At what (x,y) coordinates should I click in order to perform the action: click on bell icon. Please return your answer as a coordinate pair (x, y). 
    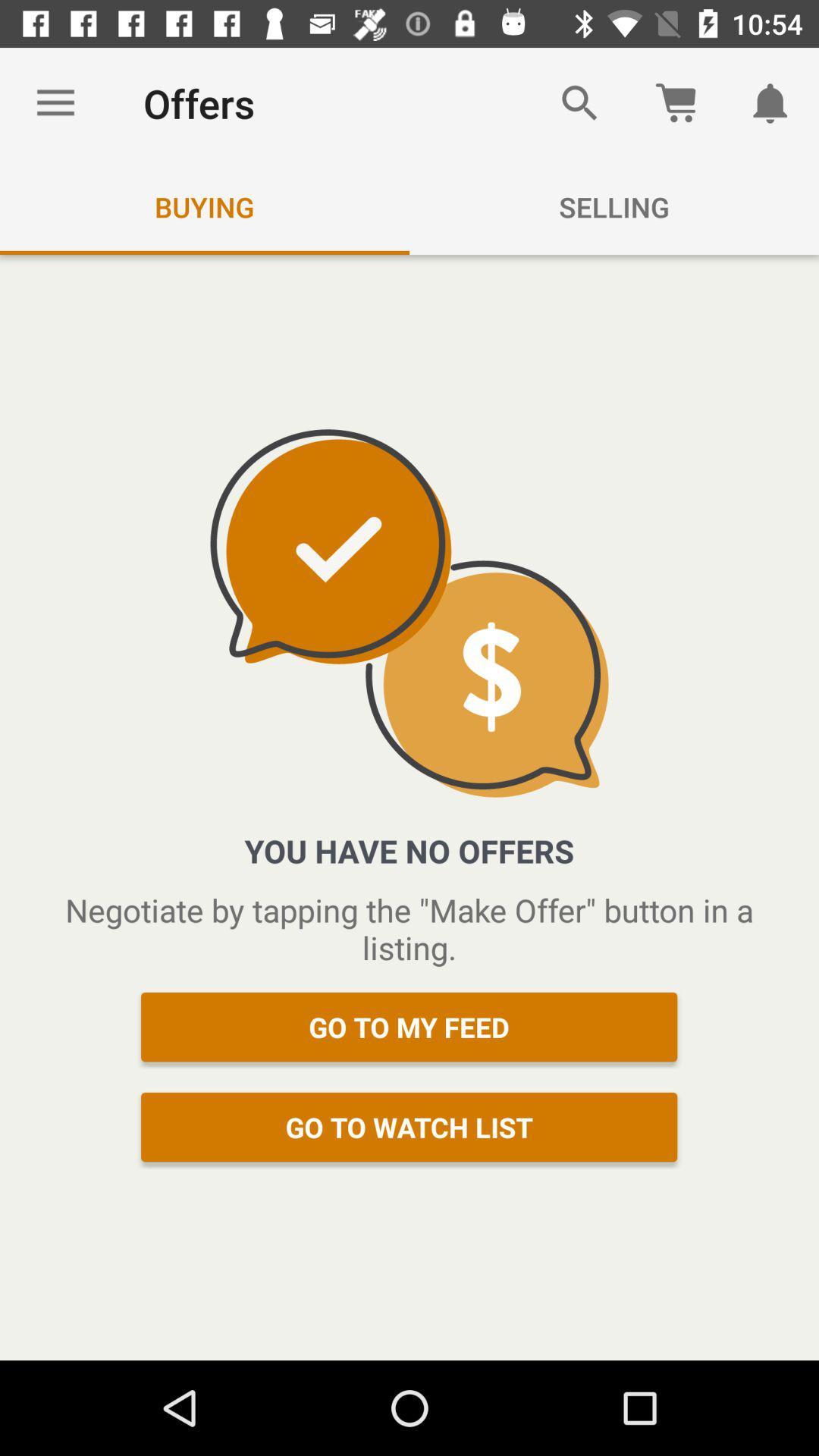
    Looking at the image, I should click on (771, 103).